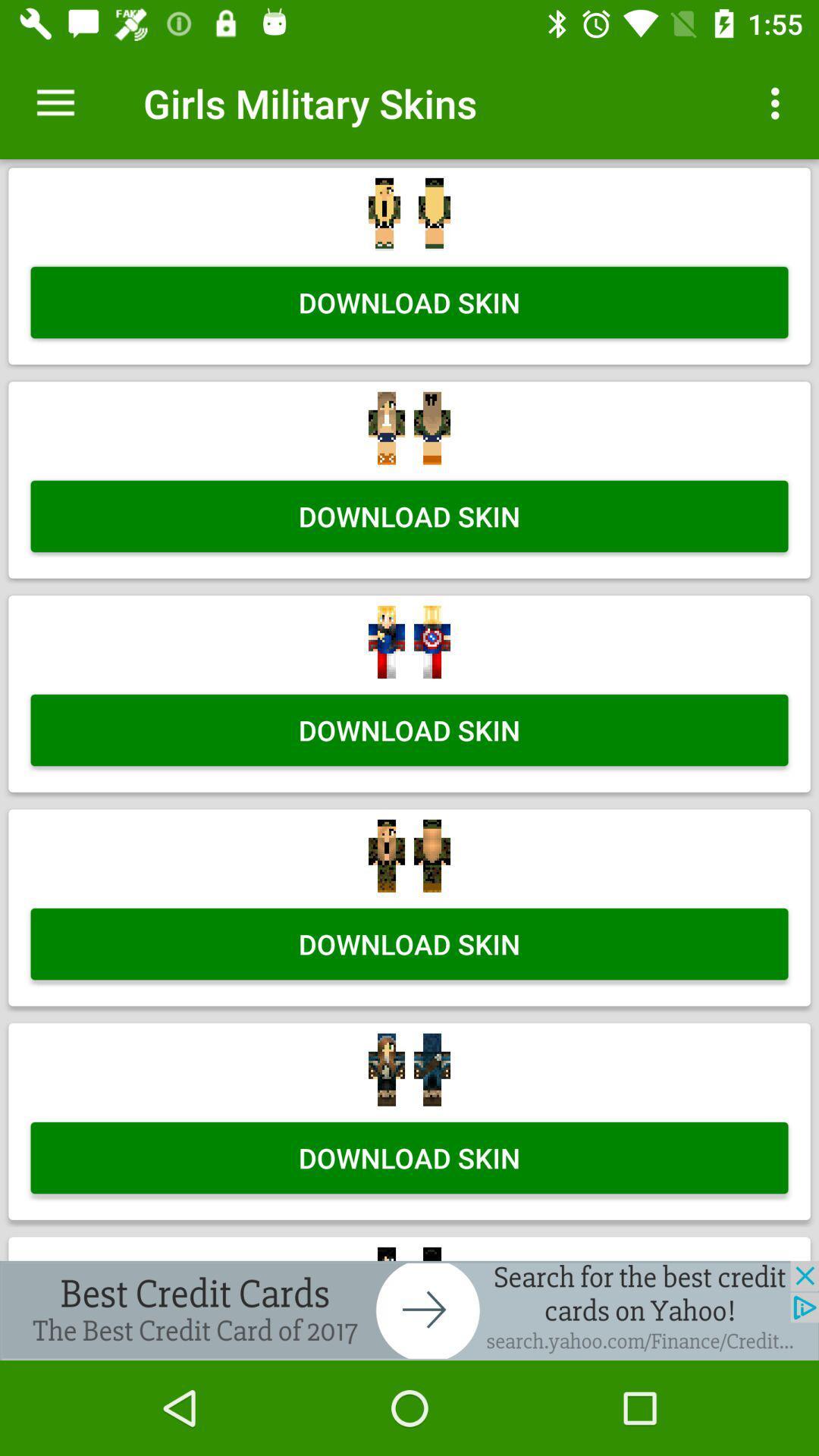 This screenshot has height=1456, width=819. I want to click on open advertisement, so click(409, 1310).